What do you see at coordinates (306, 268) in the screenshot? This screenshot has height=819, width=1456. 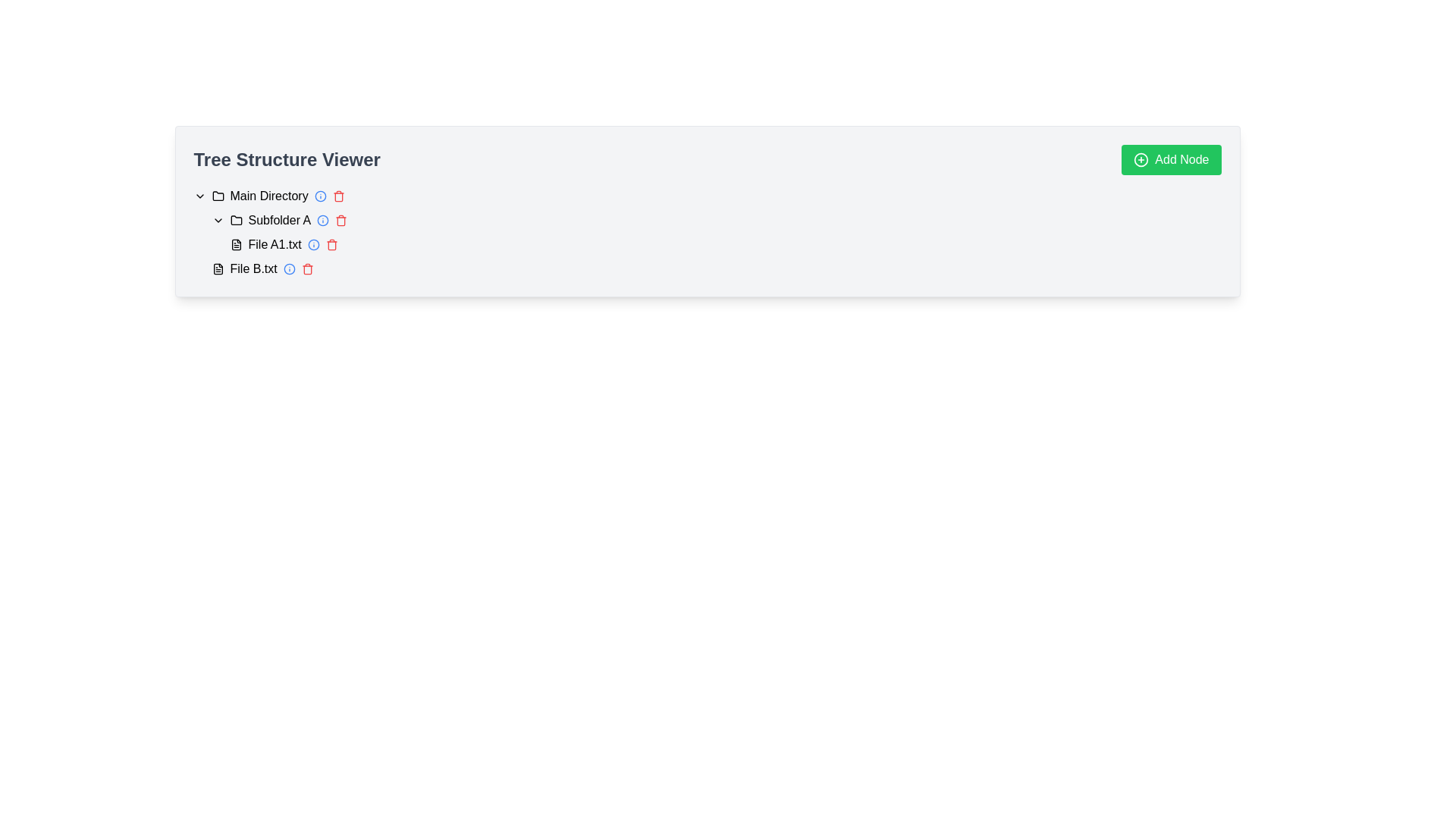 I see `the delete icon located to the right of 'File B.txt' in the file listing` at bounding box center [306, 268].